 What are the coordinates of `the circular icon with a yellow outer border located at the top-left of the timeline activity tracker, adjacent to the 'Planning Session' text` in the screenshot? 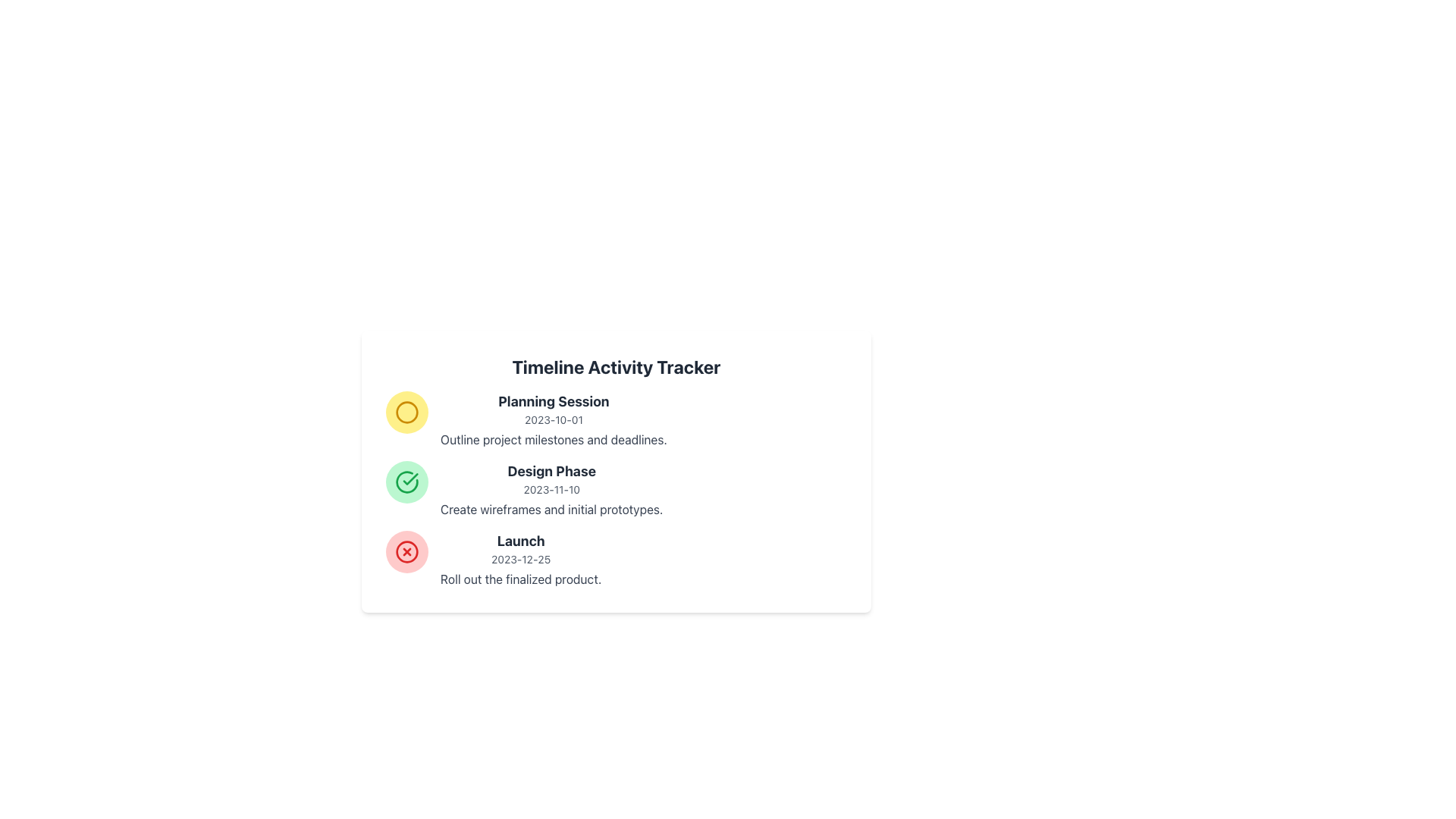 It's located at (407, 412).